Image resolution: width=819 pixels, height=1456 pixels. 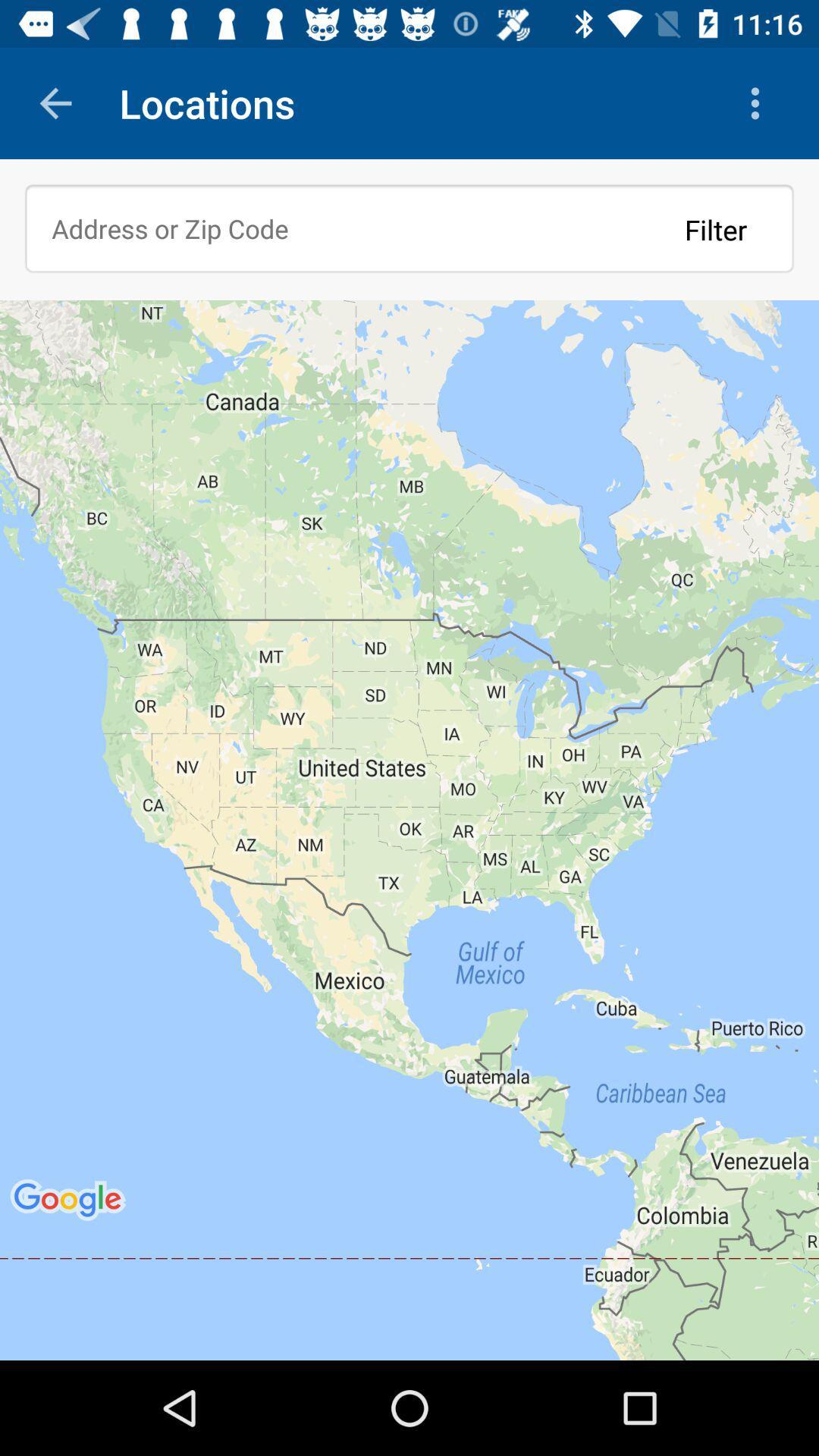 What do you see at coordinates (409, 829) in the screenshot?
I see `app below filter item` at bounding box center [409, 829].